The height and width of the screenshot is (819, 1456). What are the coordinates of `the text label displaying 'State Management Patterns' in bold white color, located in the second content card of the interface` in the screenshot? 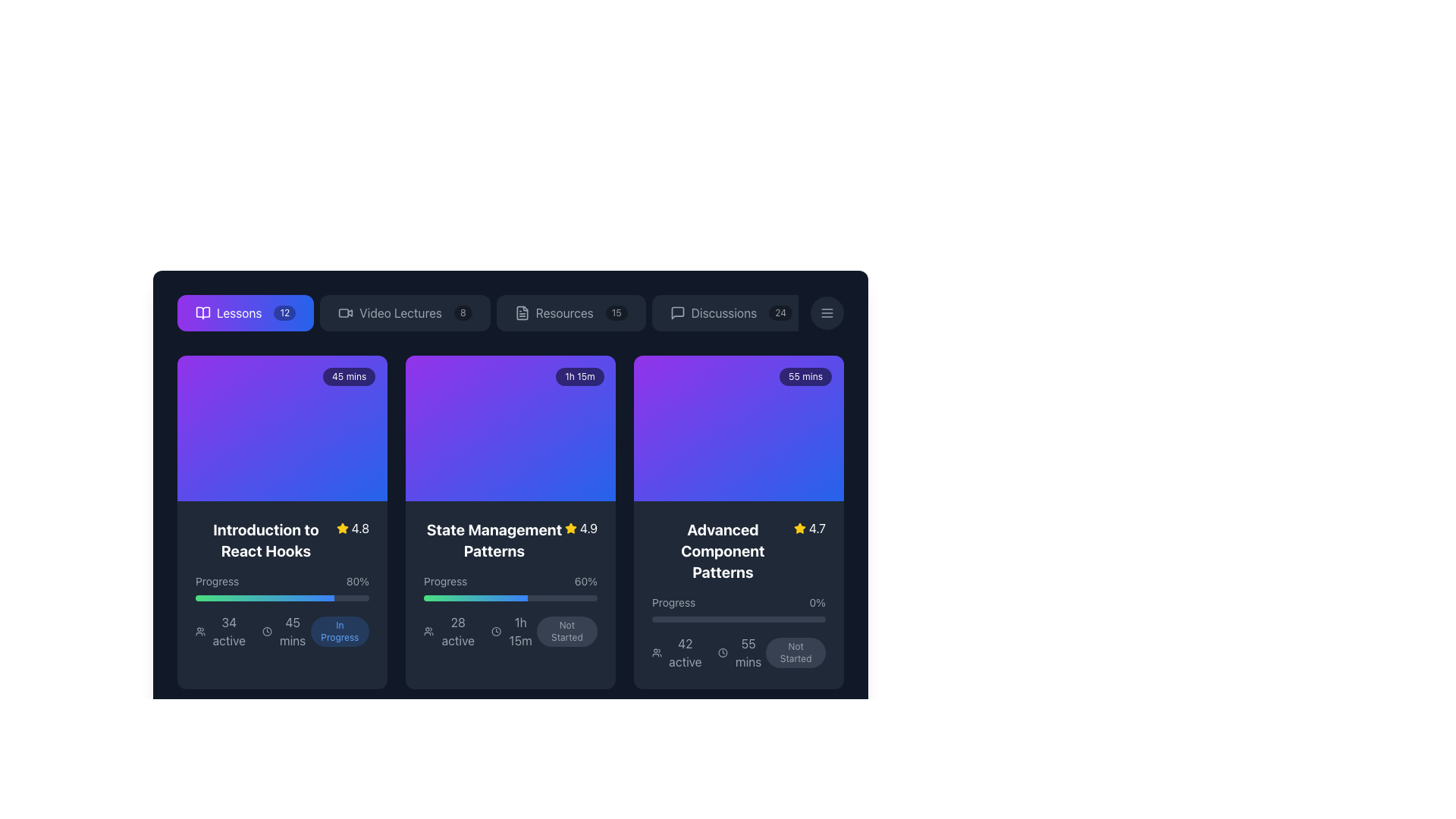 It's located at (494, 540).